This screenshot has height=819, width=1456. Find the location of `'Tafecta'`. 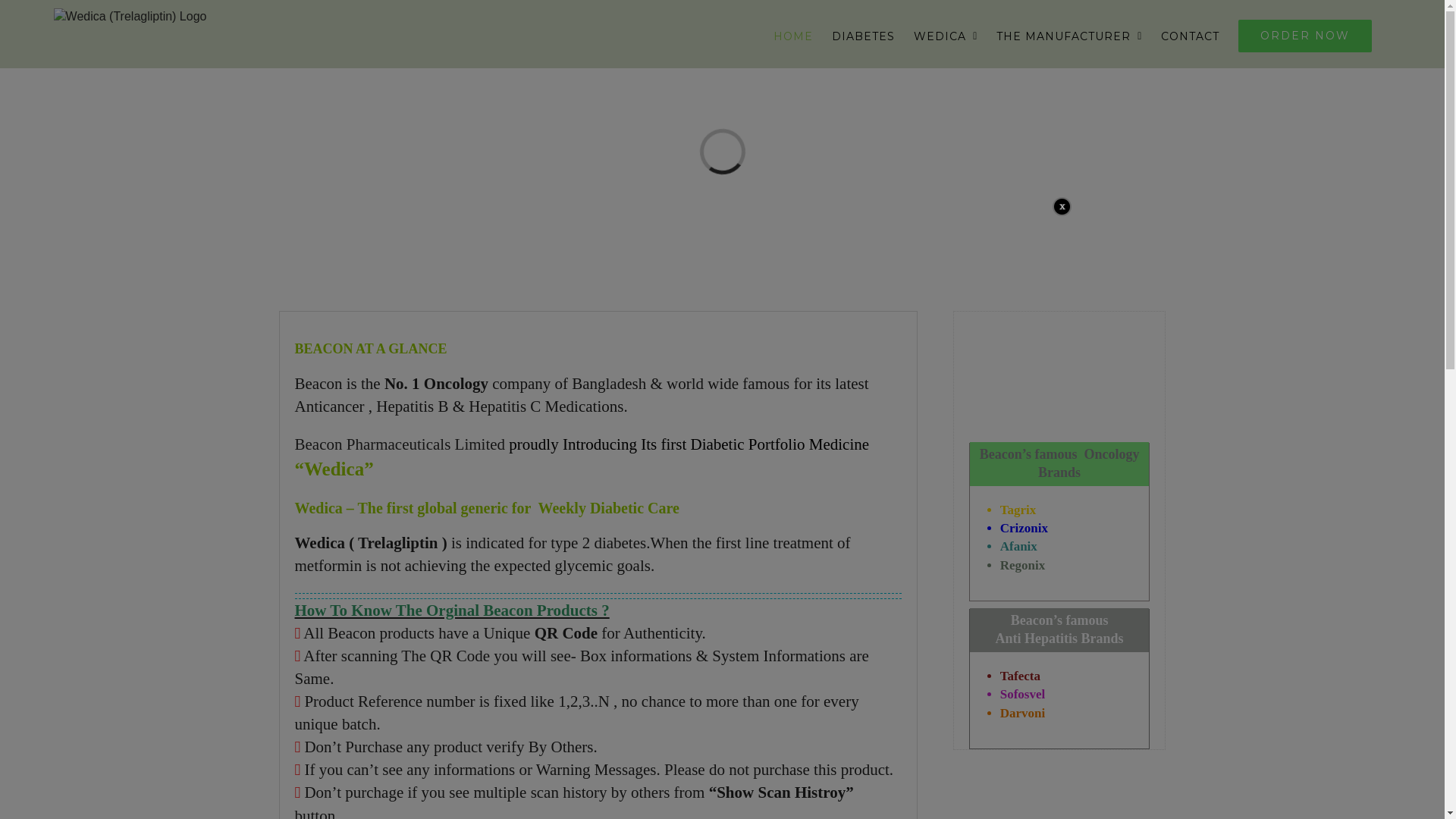

'Tafecta' is located at coordinates (1020, 675).